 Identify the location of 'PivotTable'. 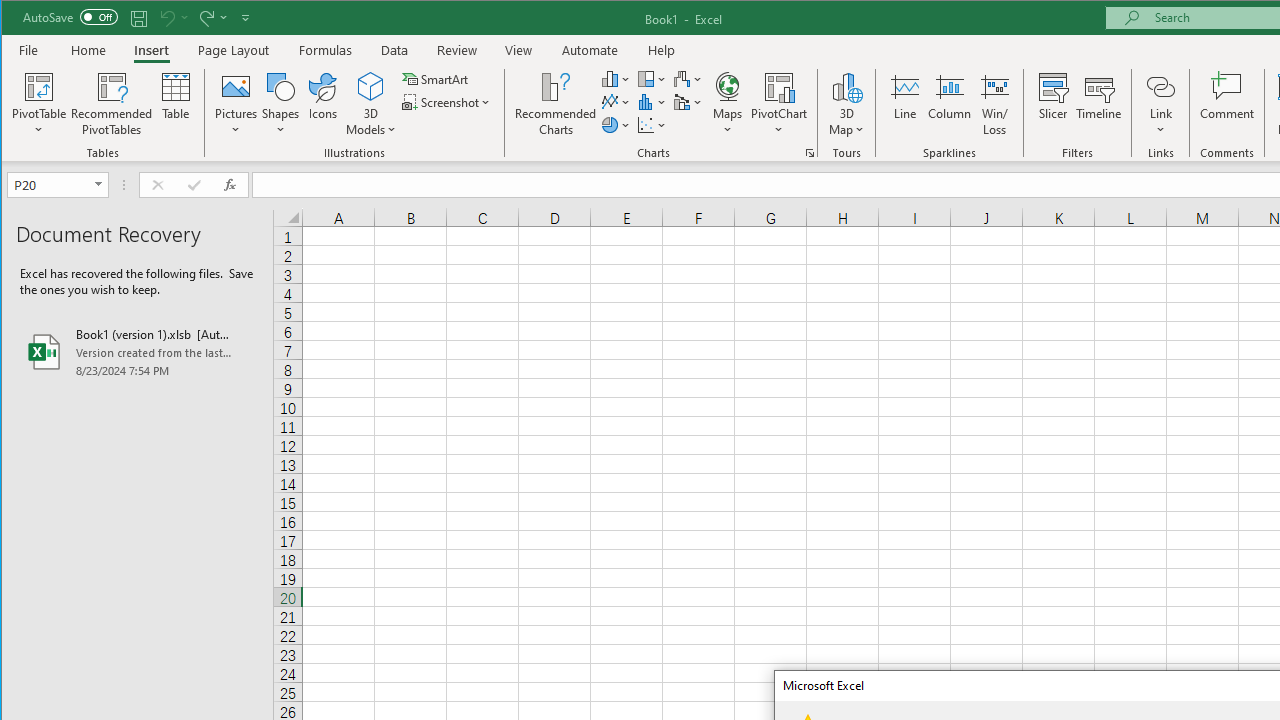
(39, 85).